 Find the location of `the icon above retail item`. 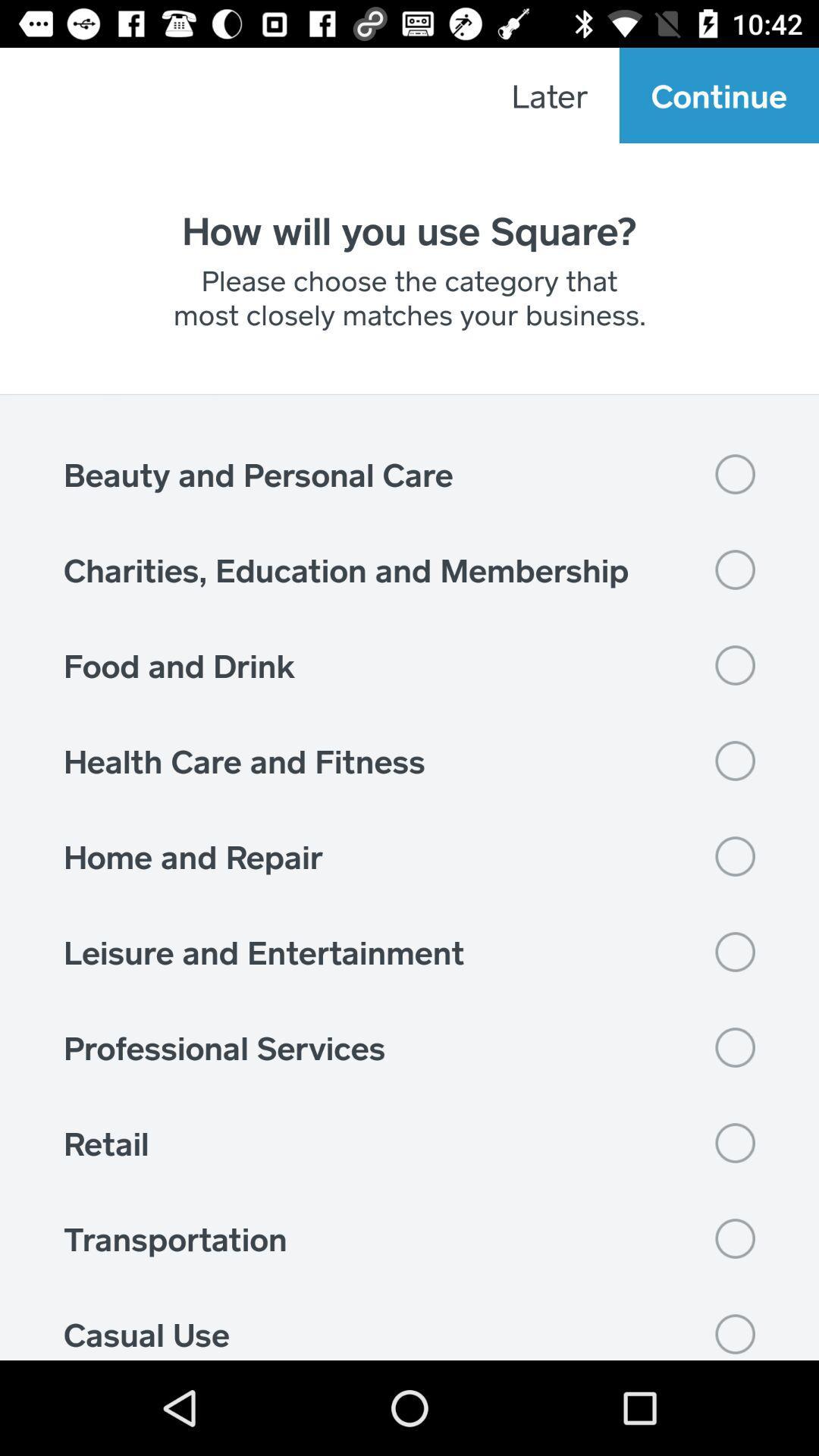

the icon above retail item is located at coordinates (409, 1046).